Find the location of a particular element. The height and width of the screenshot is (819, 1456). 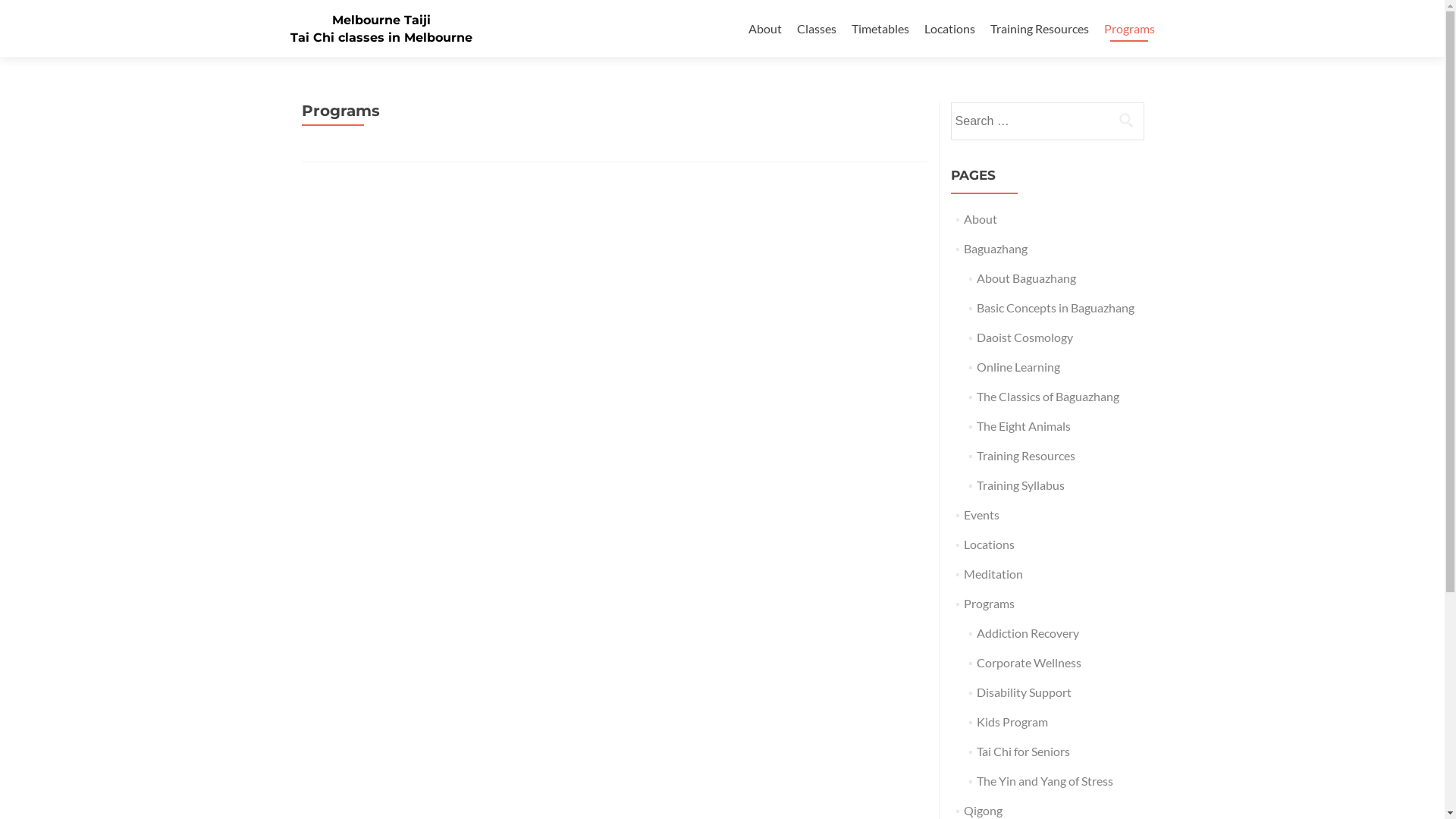

'Timetables' is located at coordinates (880, 28).